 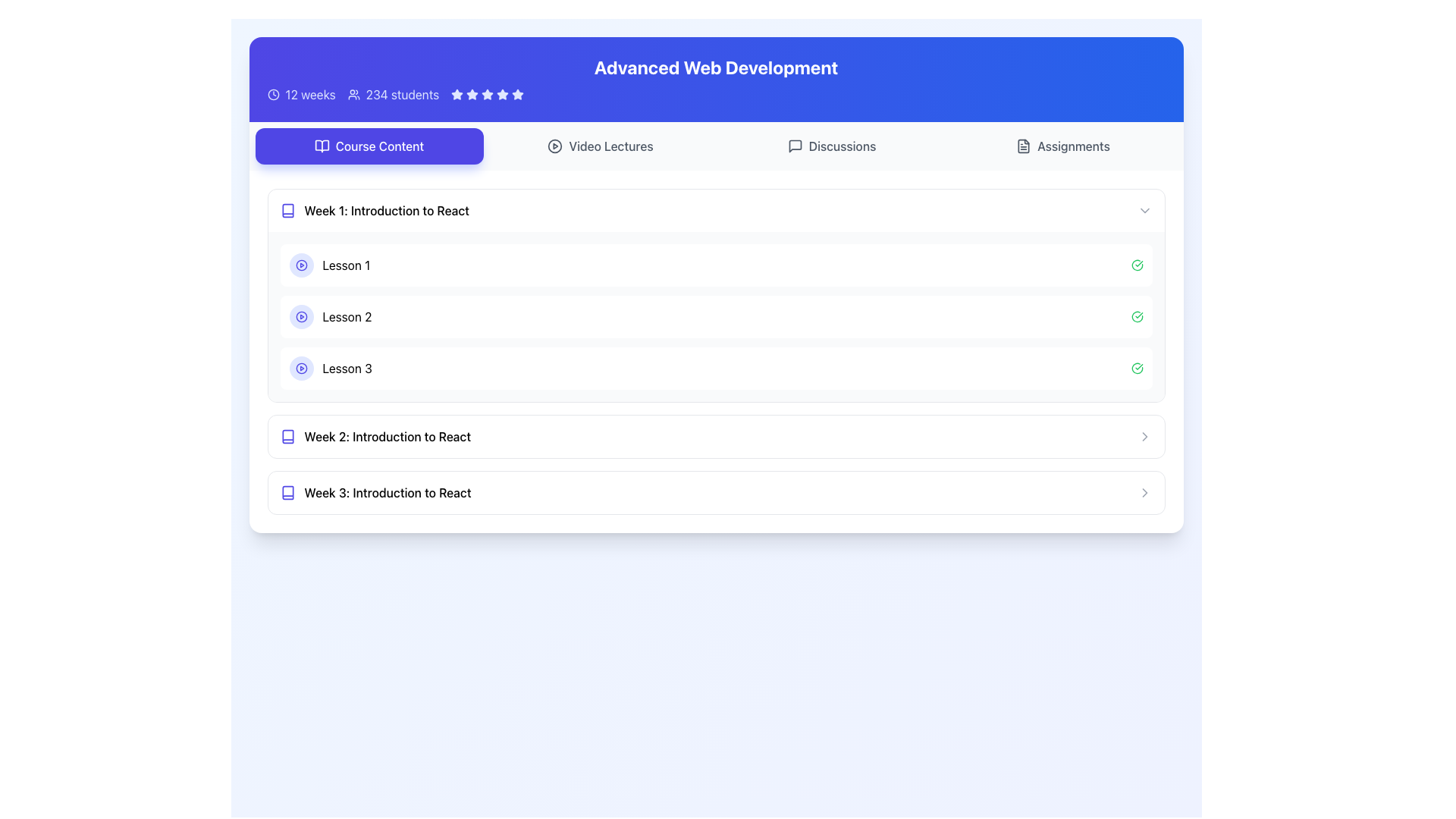 I want to click on the icon representing the 'Course Content' section, so click(x=321, y=146).